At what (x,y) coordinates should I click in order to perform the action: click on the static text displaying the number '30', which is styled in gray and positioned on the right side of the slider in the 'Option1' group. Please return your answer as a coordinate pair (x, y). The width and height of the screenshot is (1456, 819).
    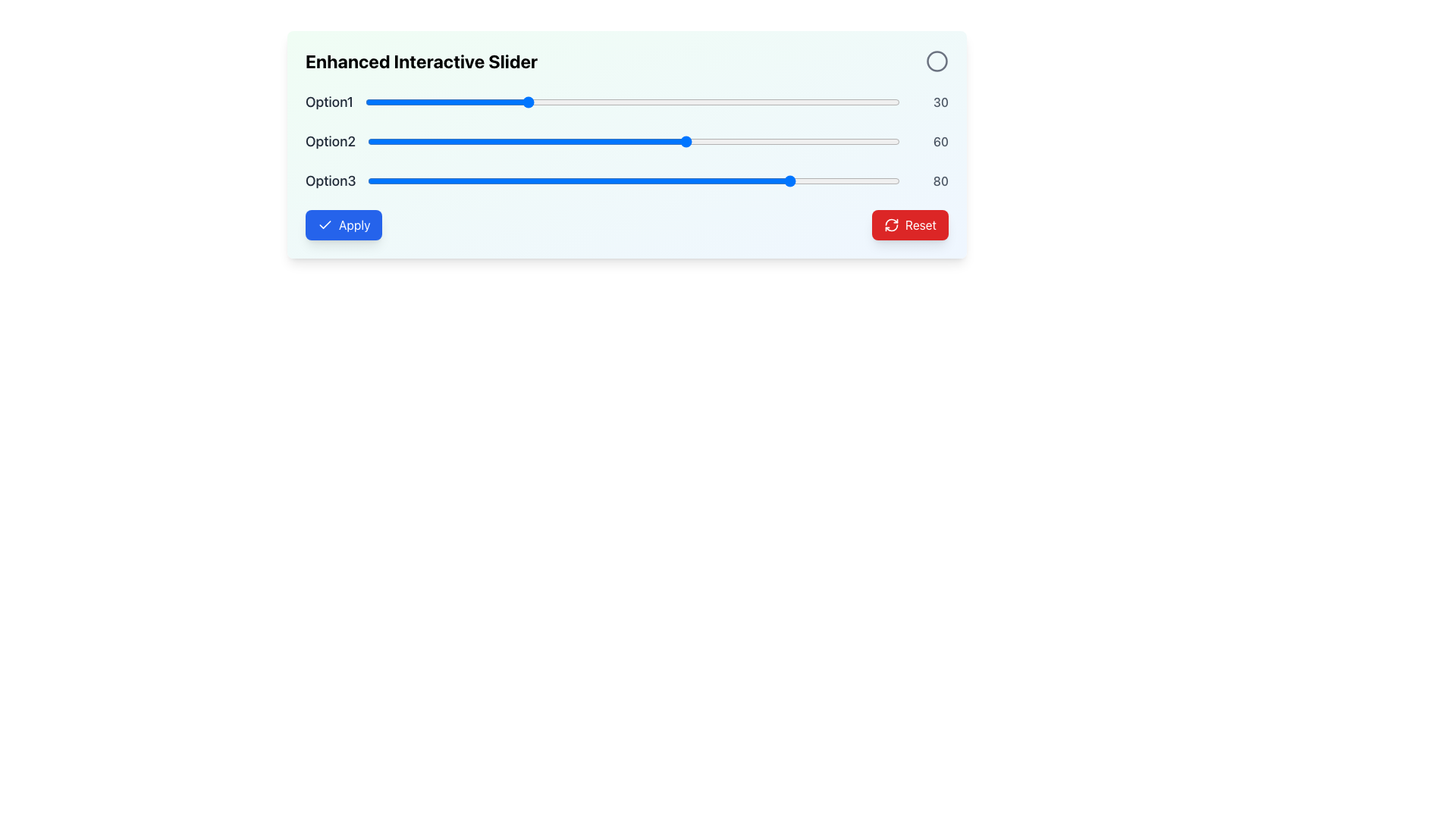
    Looking at the image, I should click on (930, 102).